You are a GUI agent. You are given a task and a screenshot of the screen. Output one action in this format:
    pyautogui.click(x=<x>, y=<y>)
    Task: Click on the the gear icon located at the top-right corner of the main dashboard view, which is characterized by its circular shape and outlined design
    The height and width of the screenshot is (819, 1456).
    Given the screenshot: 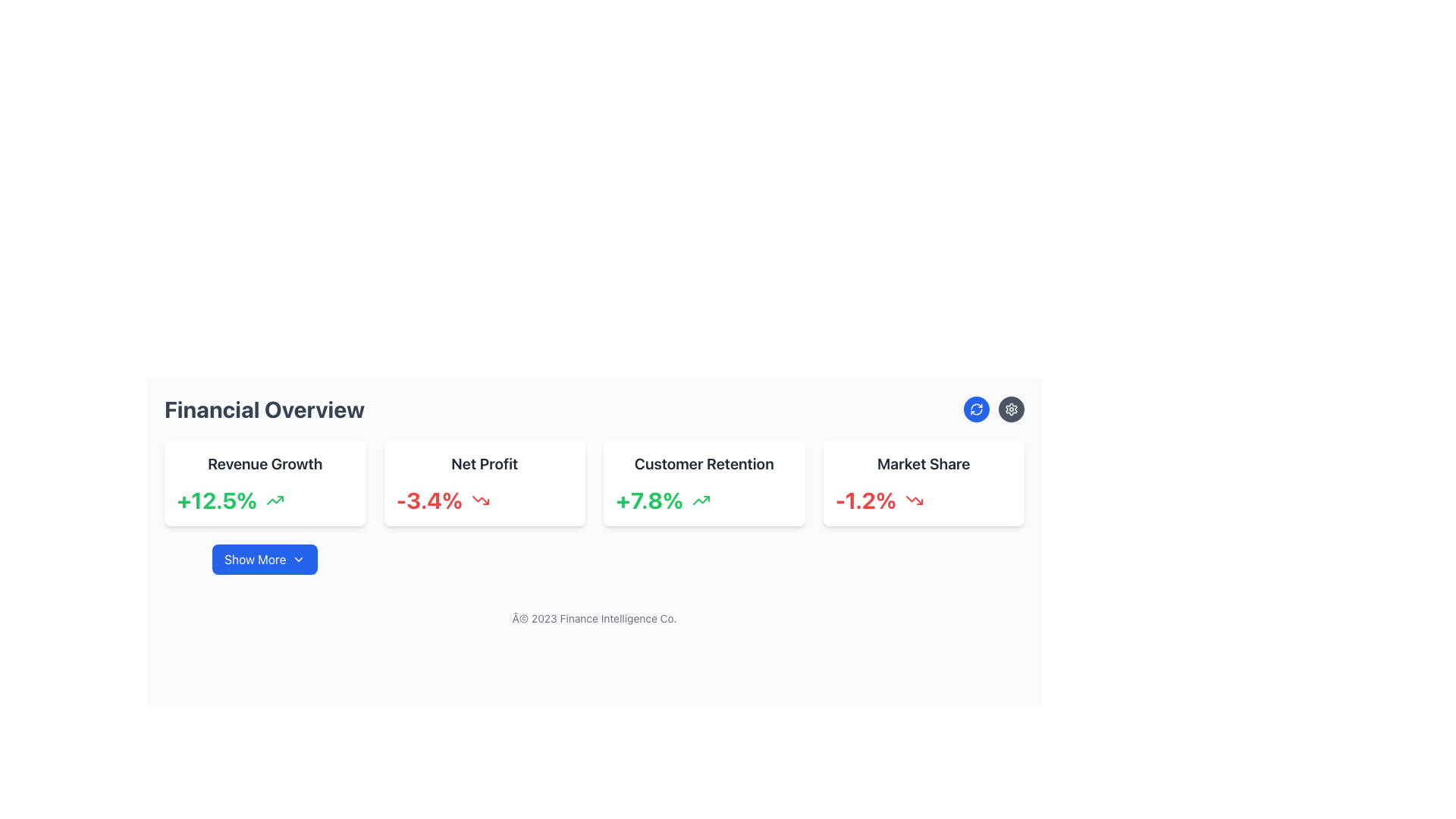 What is the action you would take?
    pyautogui.click(x=1012, y=409)
    